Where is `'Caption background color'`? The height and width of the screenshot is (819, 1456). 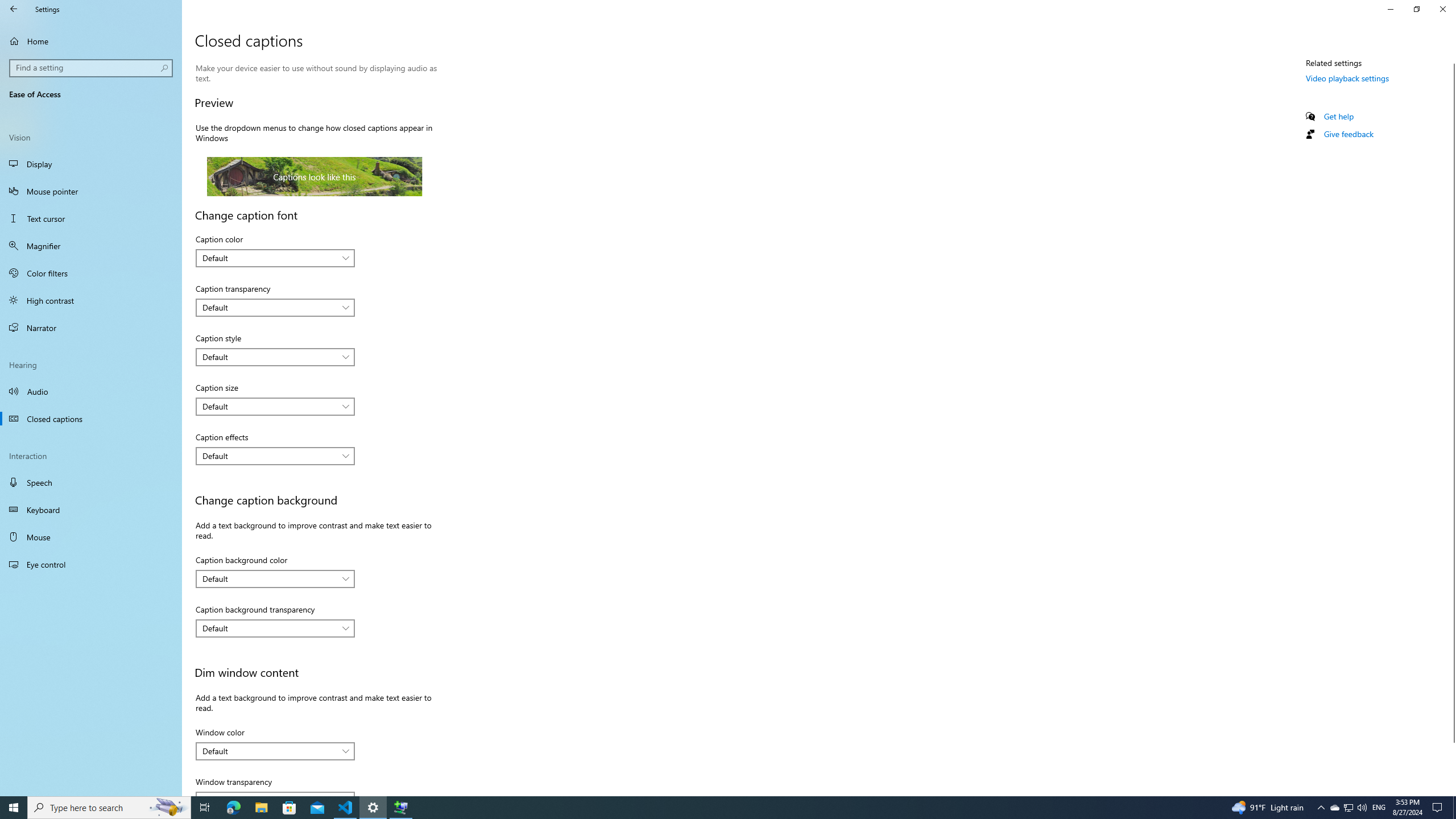
'Caption background color' is located at coordinates (274, 579).